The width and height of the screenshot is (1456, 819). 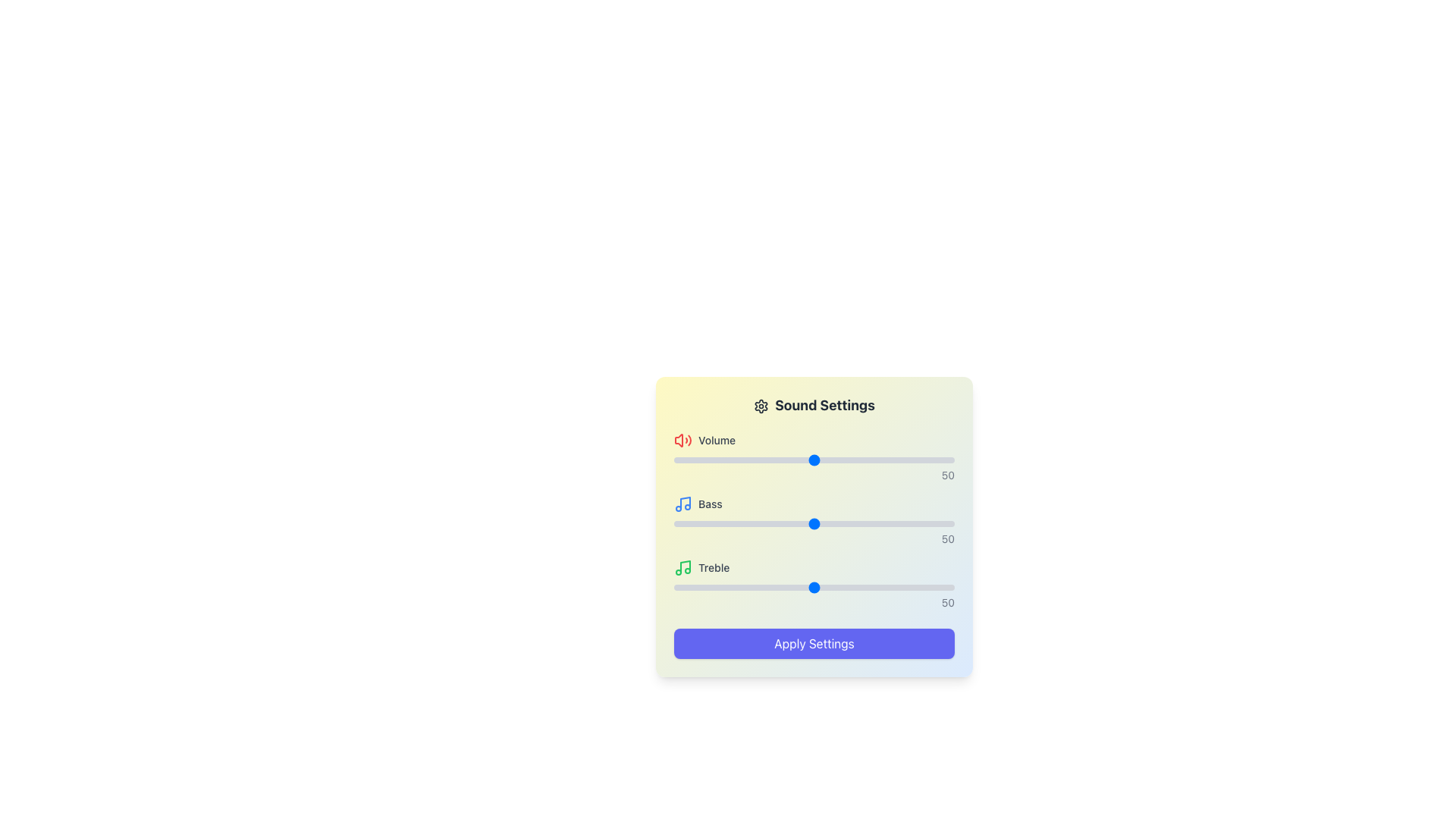 What do you see at coordinates (684, 503) in the screenshot?
I see `vertical line of the musical note icon representing the 'Bass' setting for detailed attributes in the developer tools` at bounding box center [684, 503].